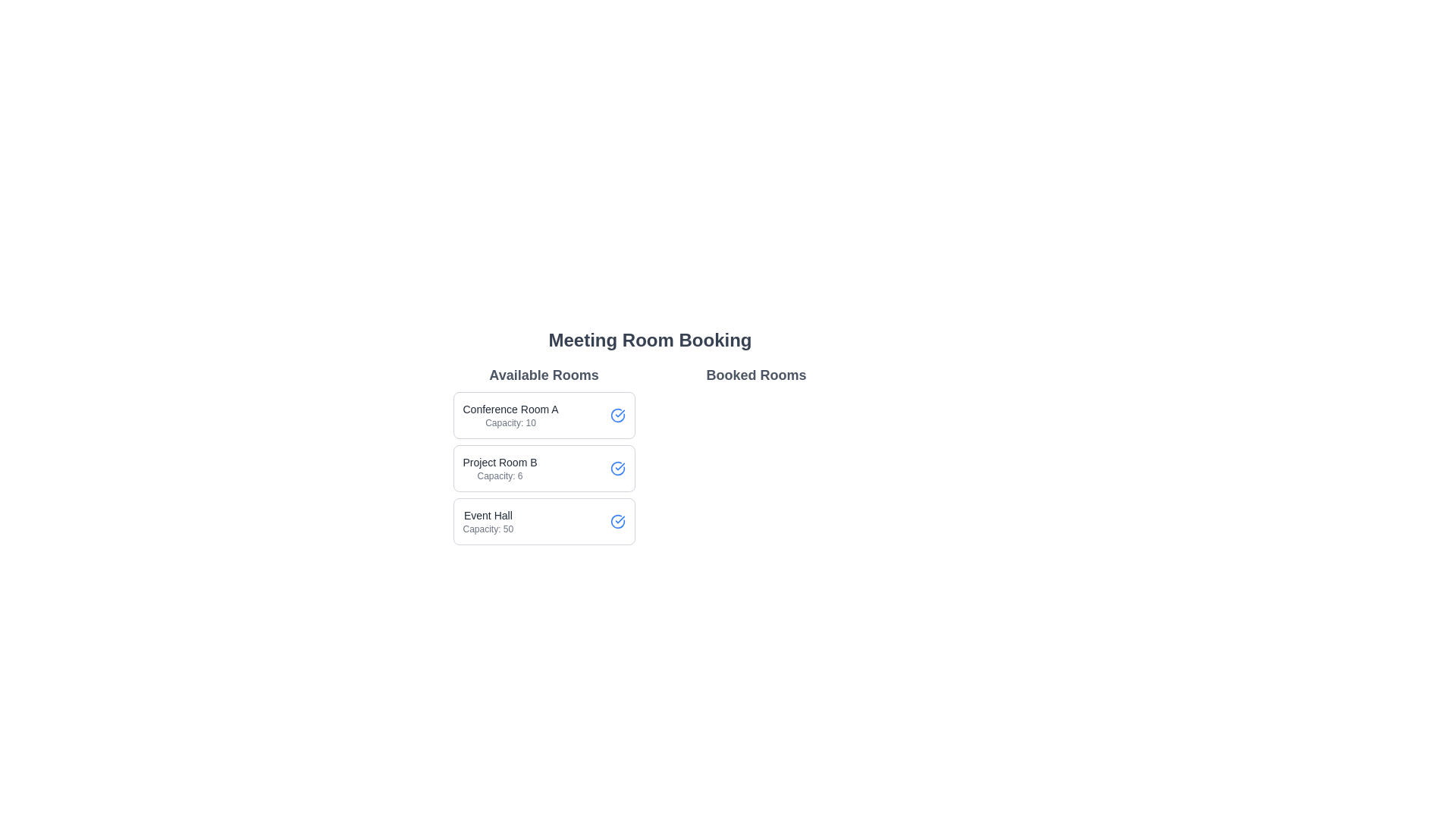 This screenshot has height=819, width=1456. I want to click on capacity information displayed in the text label for 'Project Room B', which indicates the maximum number of people that room can accommodate, so click(500, 475).